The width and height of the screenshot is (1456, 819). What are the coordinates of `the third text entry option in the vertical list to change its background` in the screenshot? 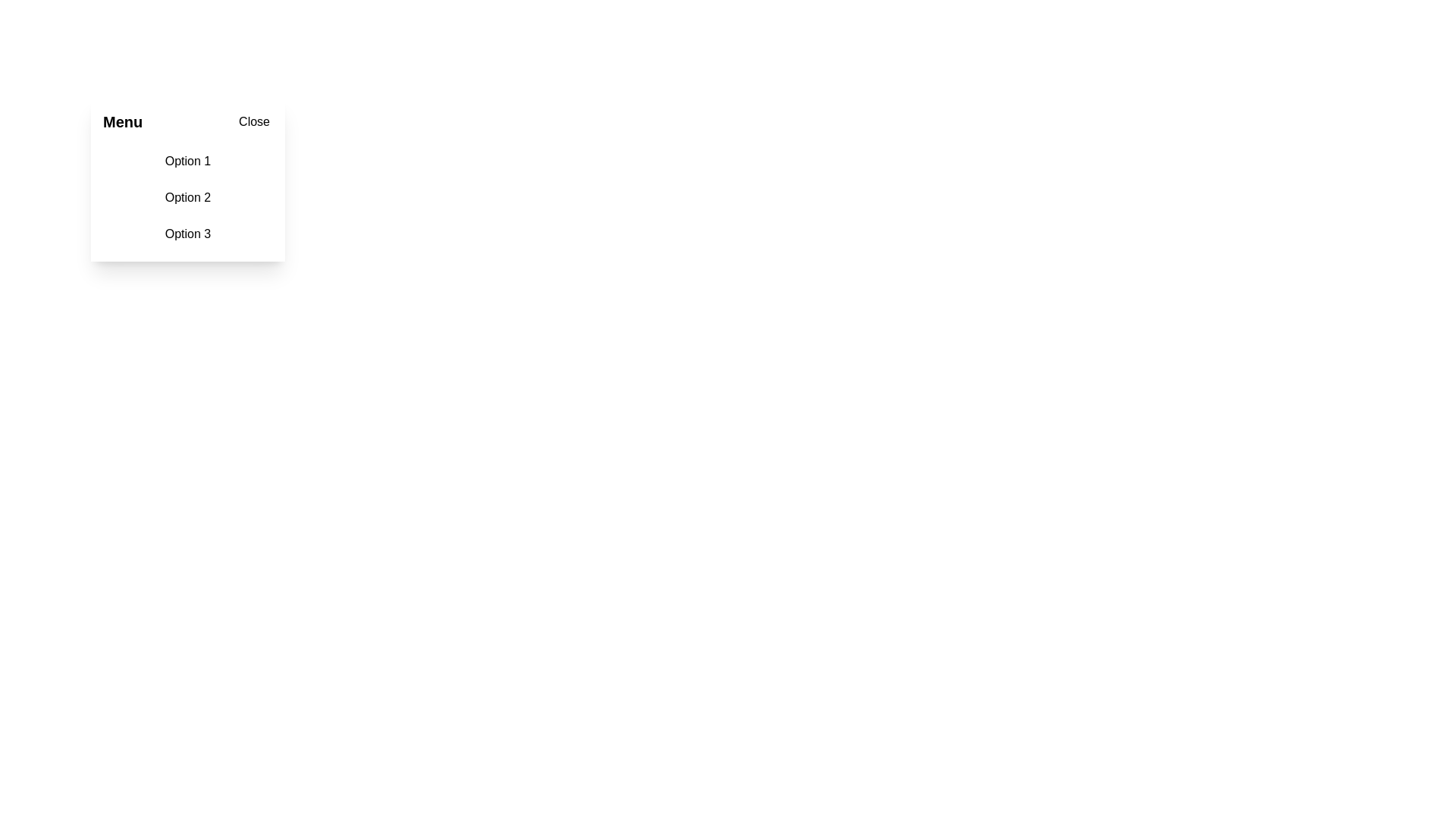 It's located at (187, 234).